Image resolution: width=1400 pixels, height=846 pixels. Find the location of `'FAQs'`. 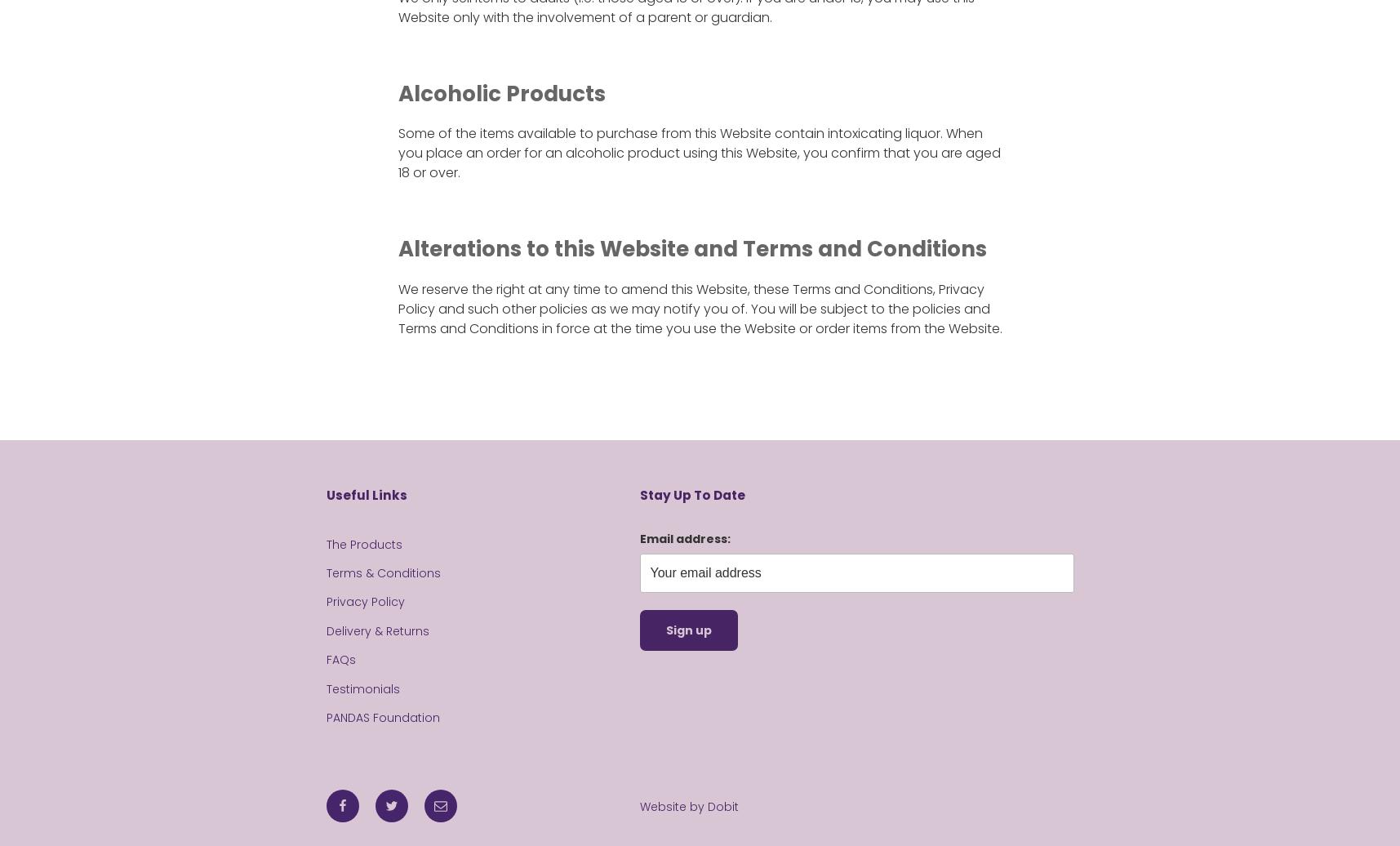

'FAQs' is located at coordinates (340, 659).